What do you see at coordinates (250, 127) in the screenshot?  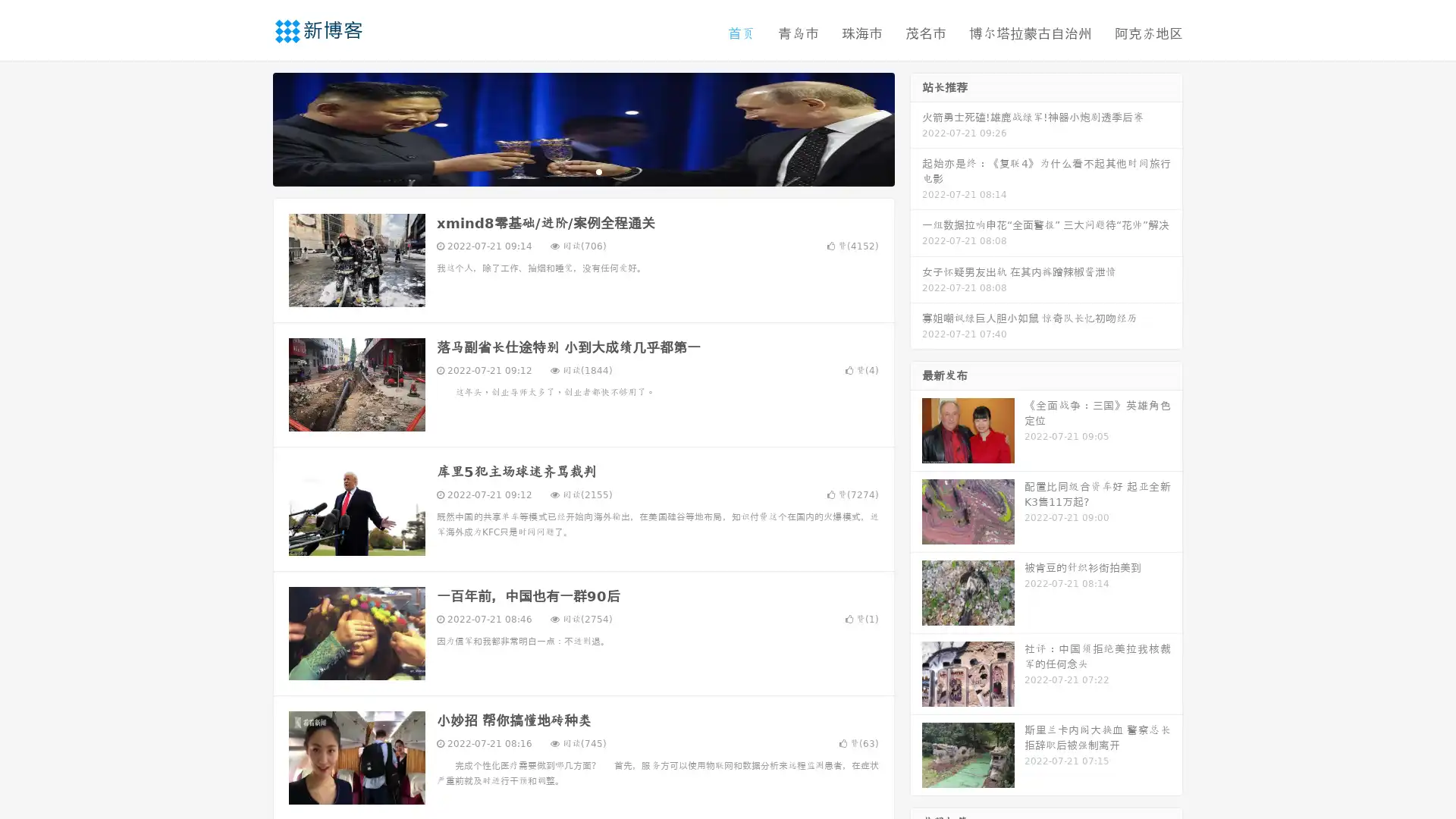 I see `Previous slide` at bounding box center [250, 127].